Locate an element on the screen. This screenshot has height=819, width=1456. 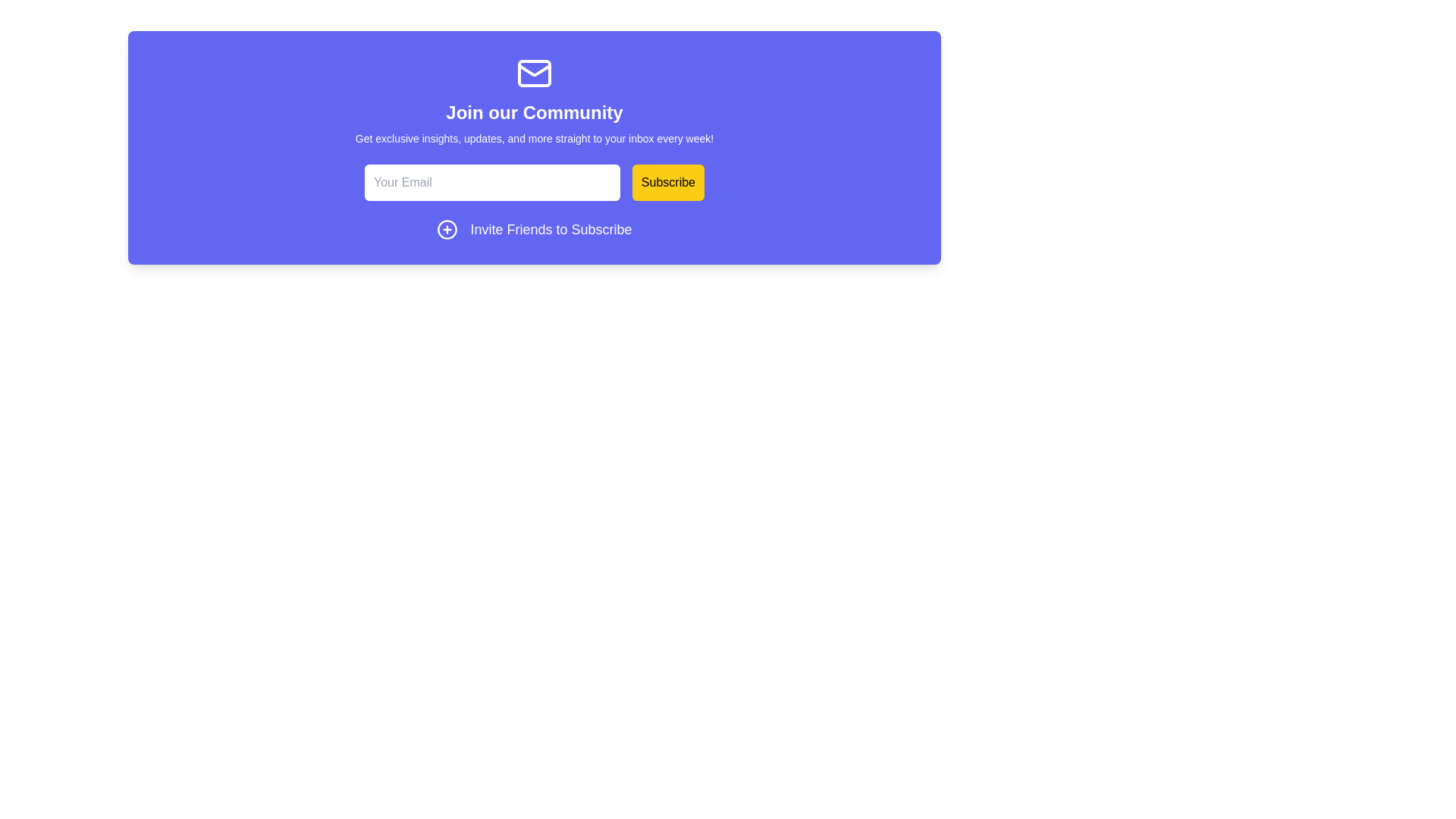
the envelope graphical element located at the top of the blue card, which represents email communication, above the 'Join our Community' text is located at coordinates (535, 73).